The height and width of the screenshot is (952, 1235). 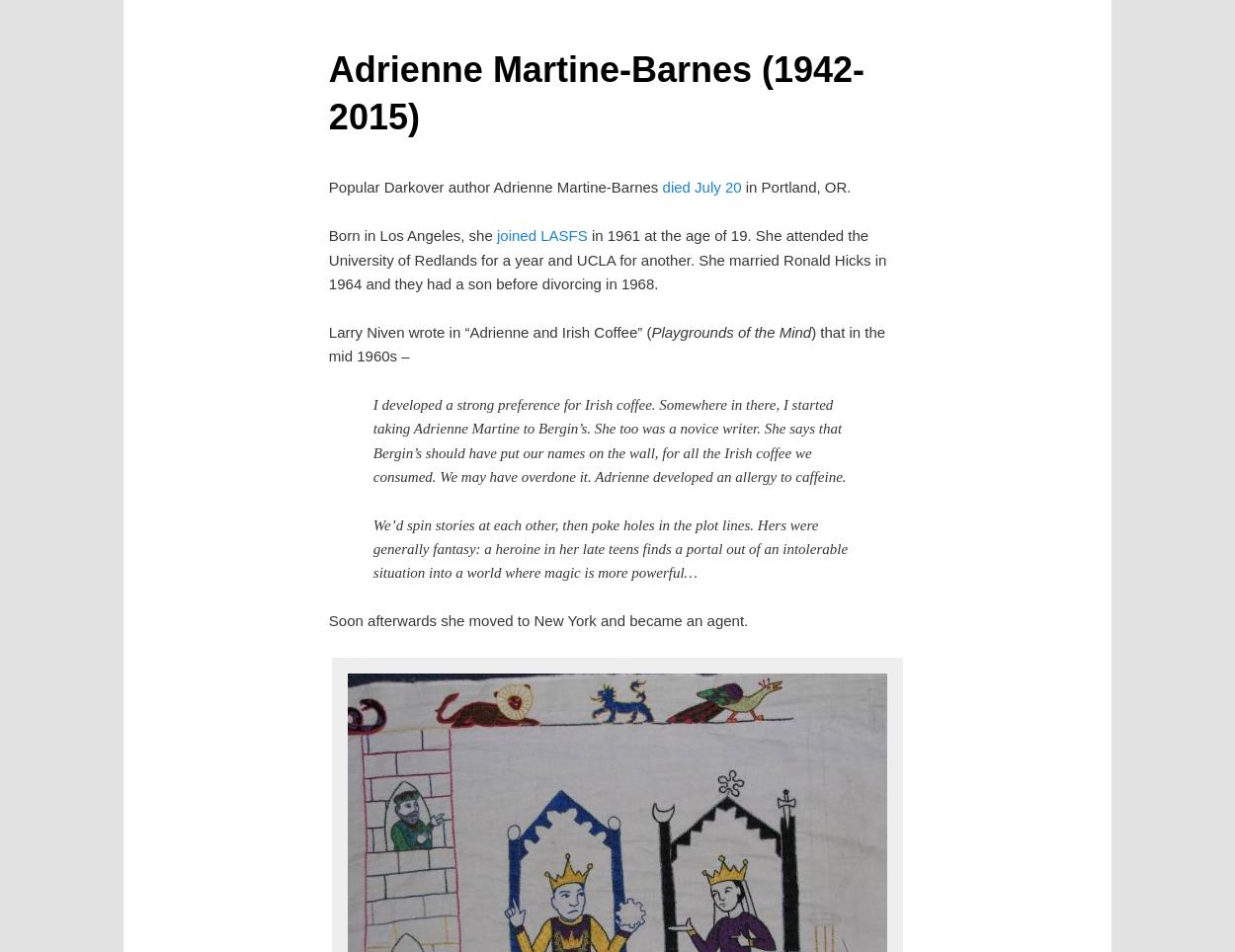 What do you see at coordinates (700, 186) in the screenshot?
I see `'died July 20'` at bounding box center [700, 186].